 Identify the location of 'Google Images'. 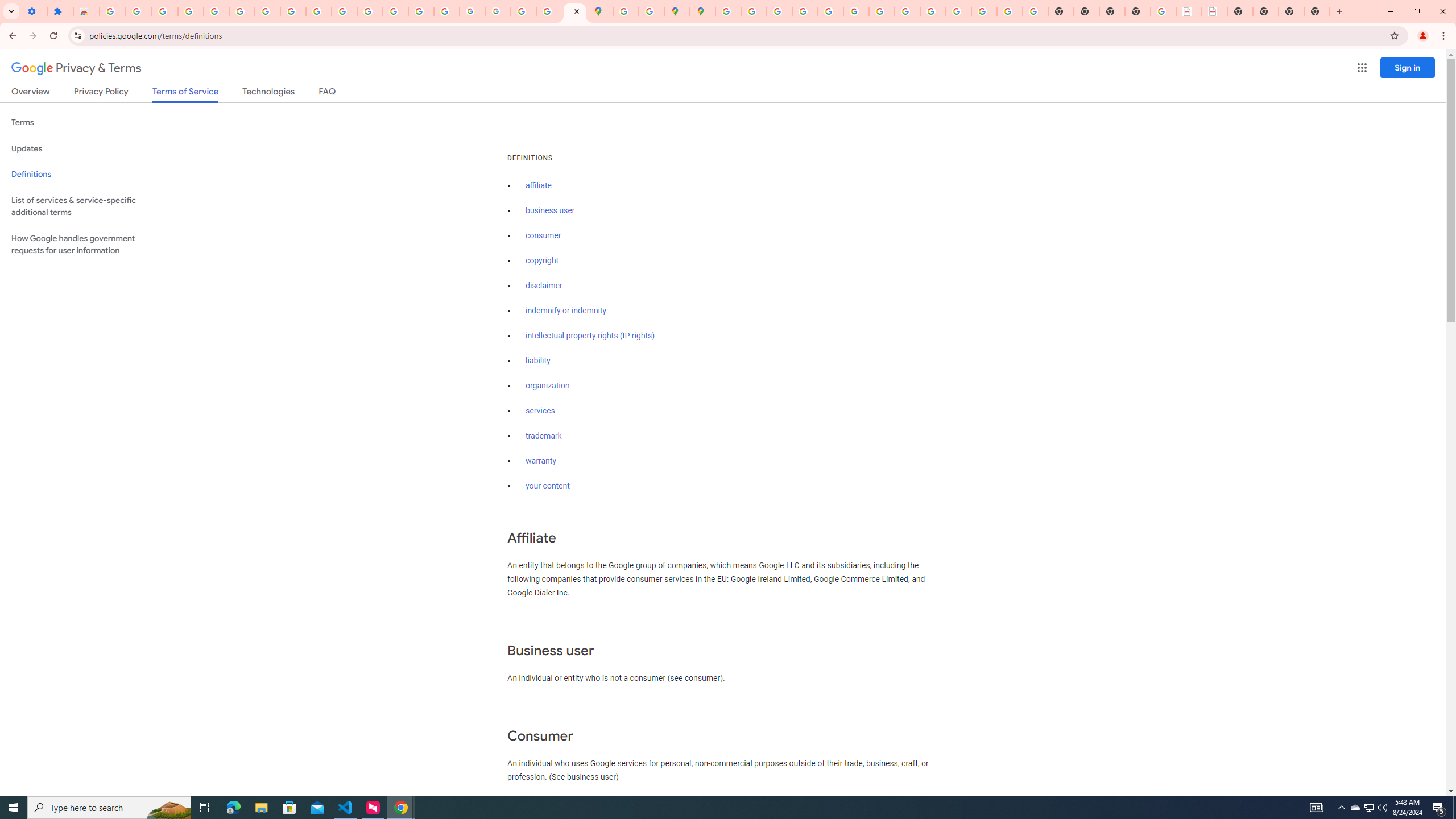
(1035, 11).